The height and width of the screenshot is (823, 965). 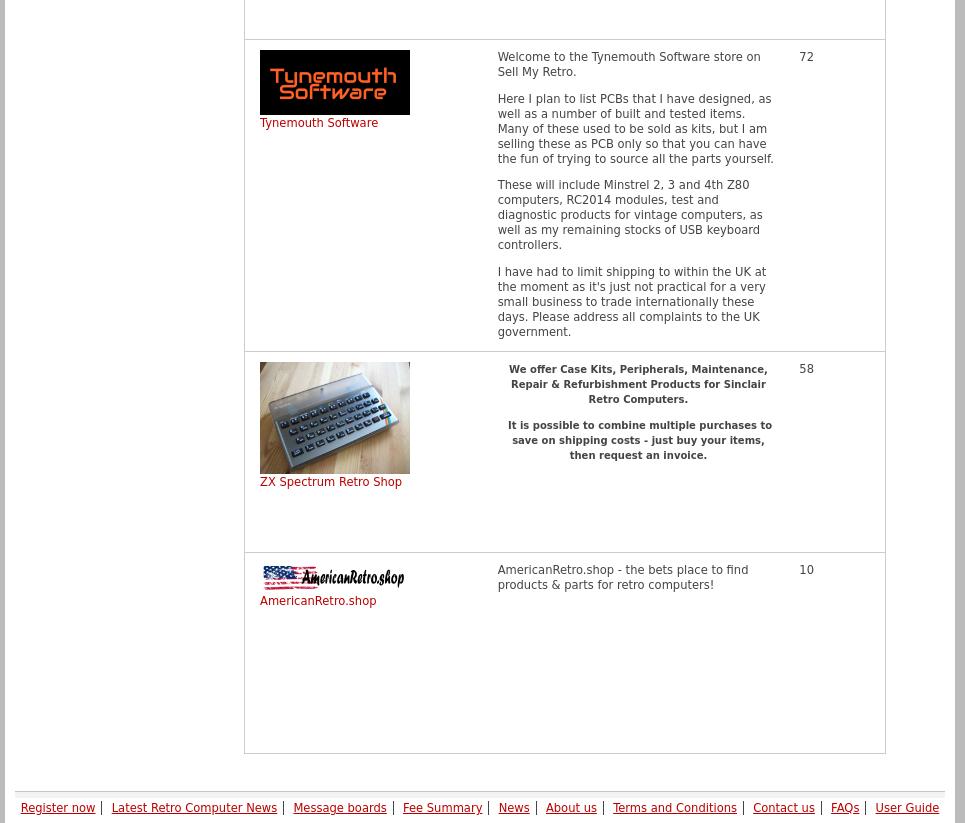 What do you see at coordinates (805, 57) in the screenshot?
I see `'72'` at bounding box center [805, 57].